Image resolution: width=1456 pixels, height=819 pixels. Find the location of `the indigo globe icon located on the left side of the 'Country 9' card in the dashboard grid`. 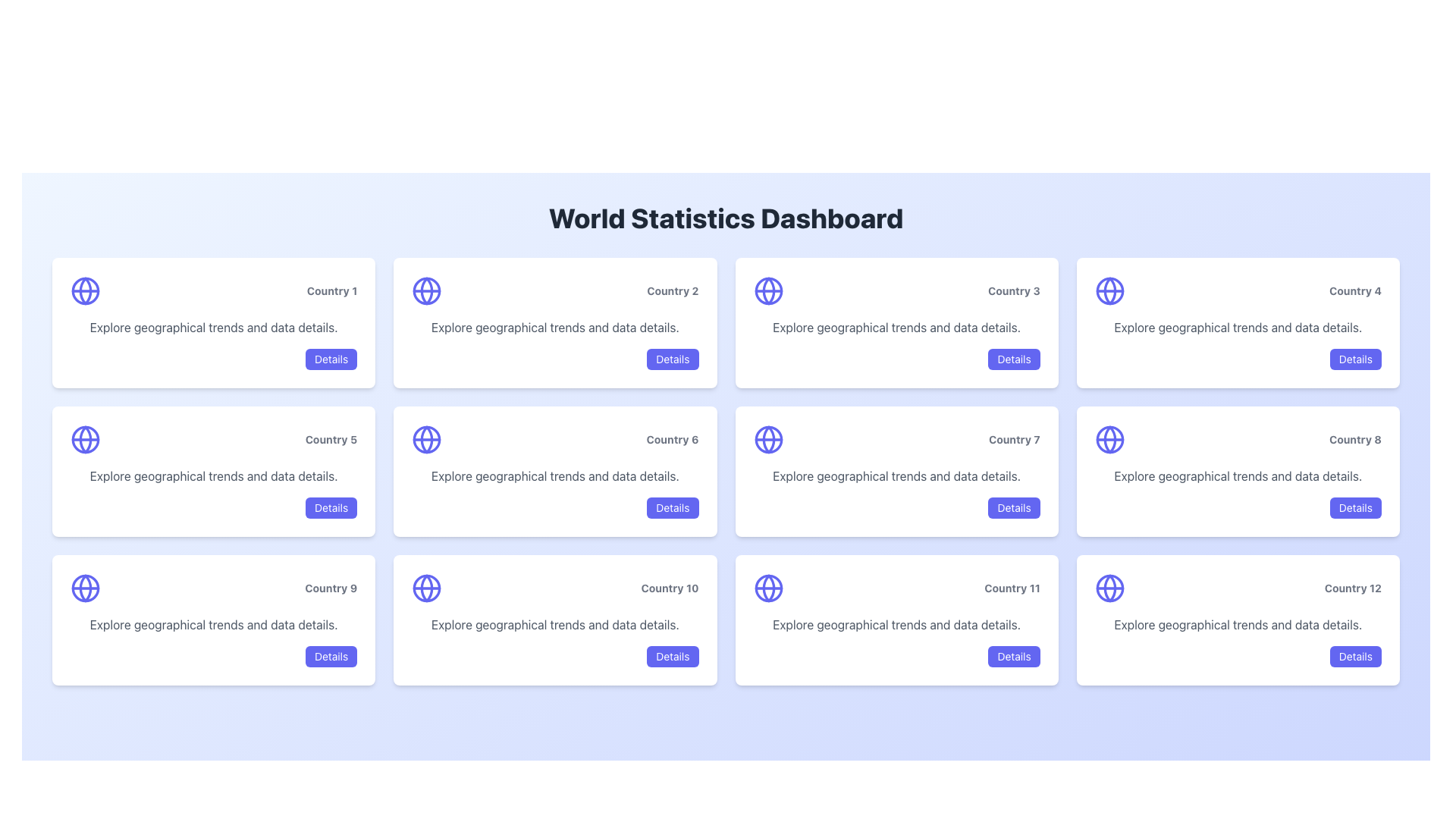

the indigo globe icon located on the left side of the 'Country 9' card in the dashboard grid is located at coordinates (85, 587).